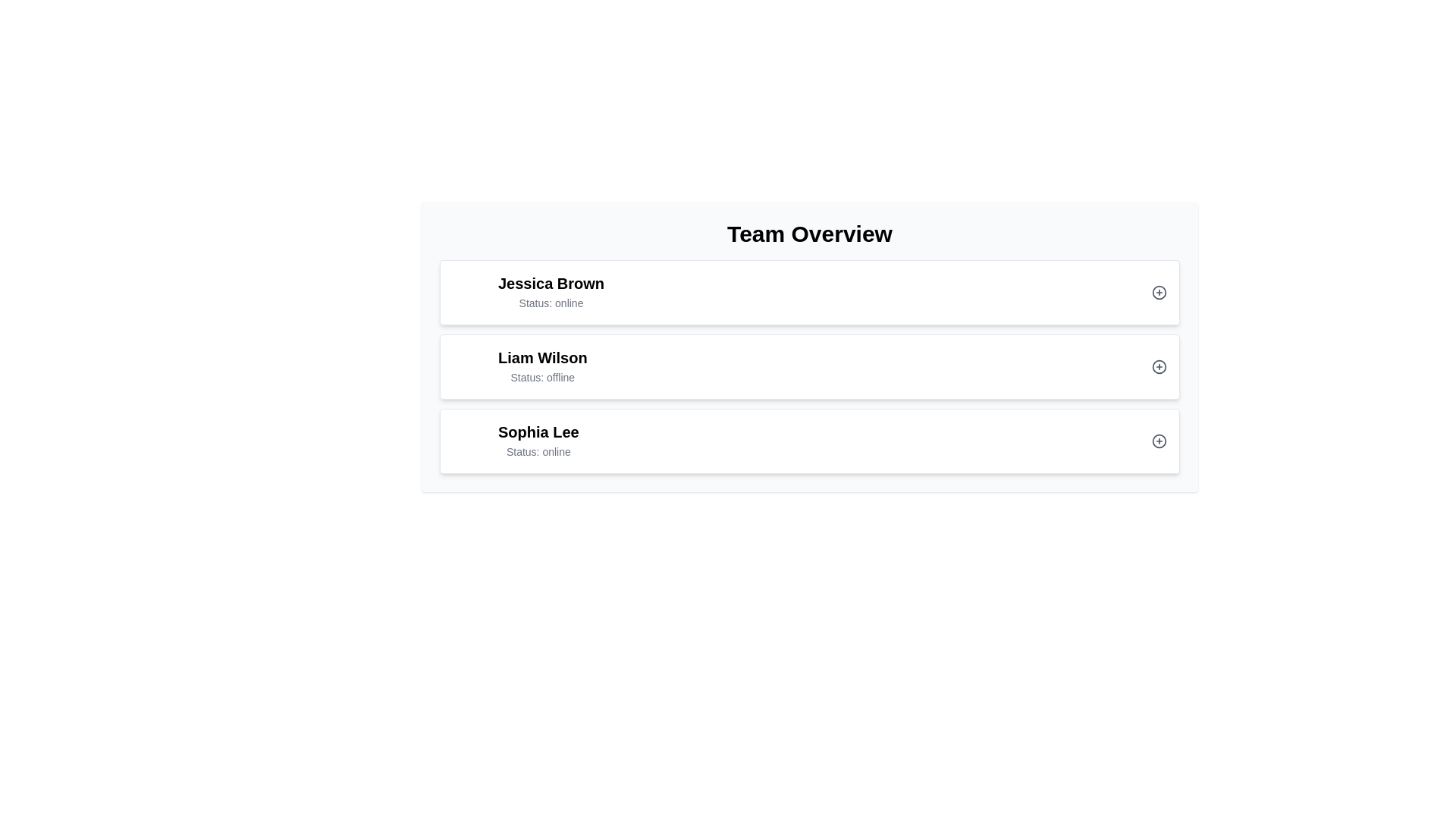 Image resolution: width=1456 pixels, height=819 pixels. I want to click on name and status of the team member represented by the third list item in a vertical list, located below 'Jessica Brown' and 'Liam Wilson', so click(516, 441).